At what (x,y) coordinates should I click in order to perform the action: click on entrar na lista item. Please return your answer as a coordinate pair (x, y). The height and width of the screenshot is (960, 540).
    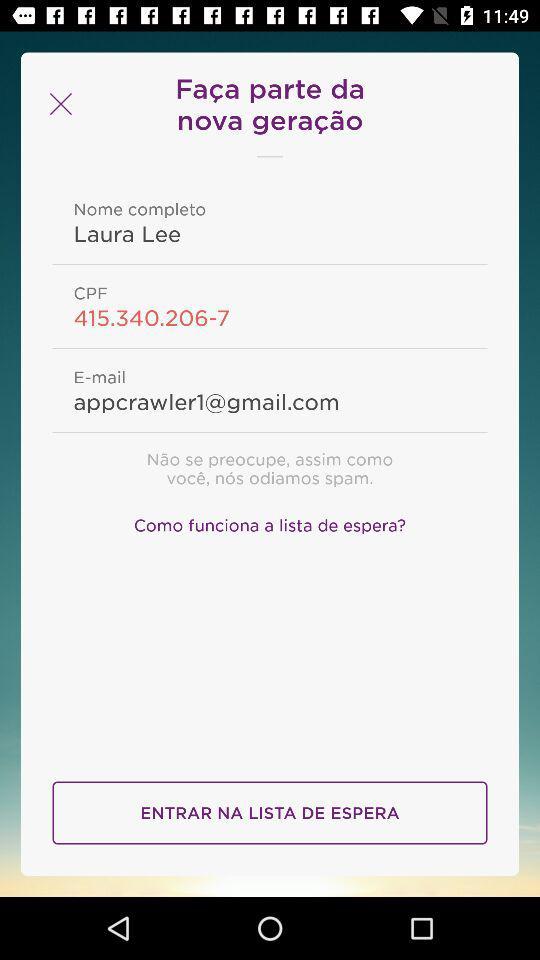
    Looking at the image, I should click on (270, 813).